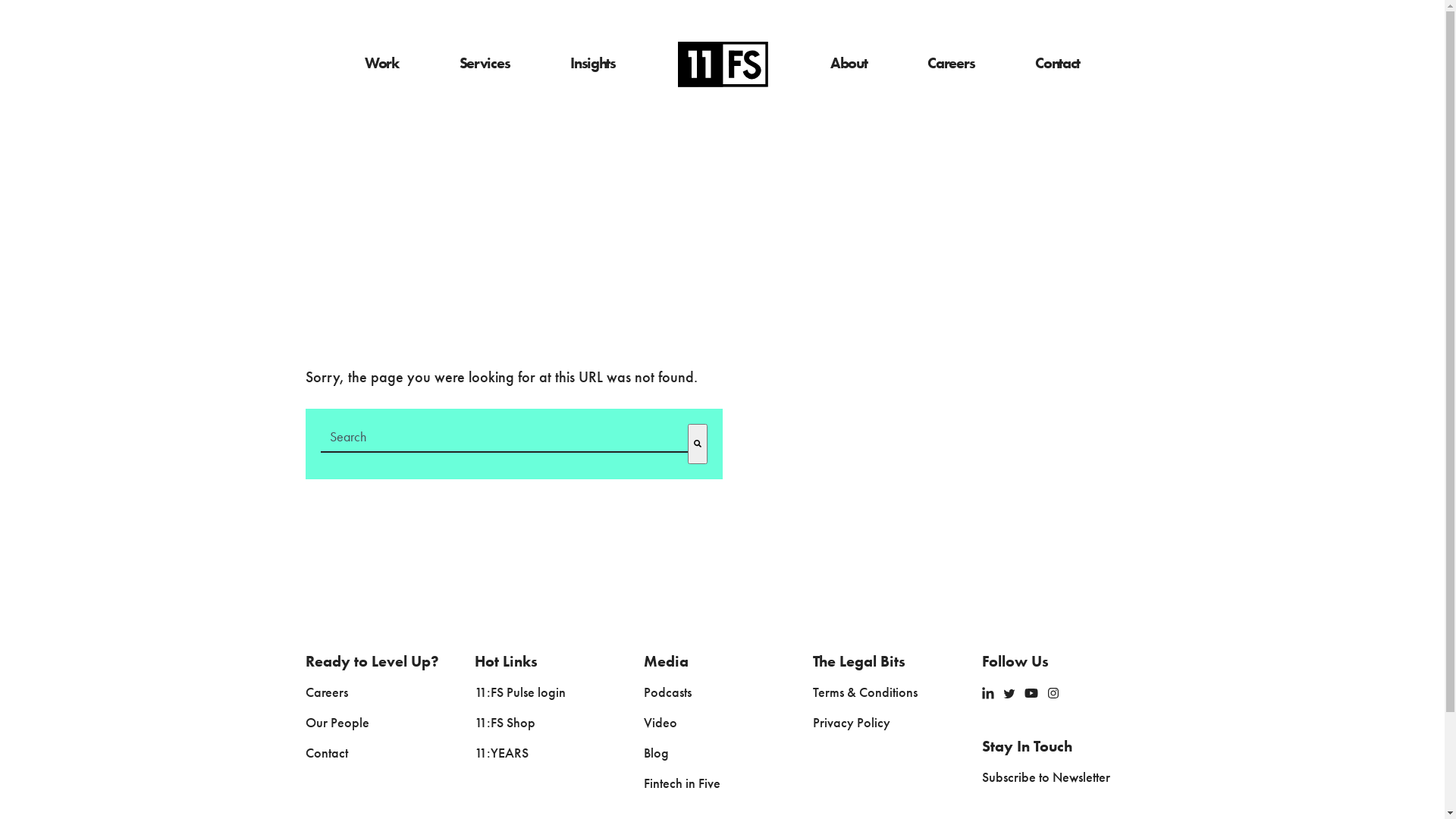 The width and height of the screenshot is (1456, 819). I want to click on '11:FS Shop', so click(505, 722).